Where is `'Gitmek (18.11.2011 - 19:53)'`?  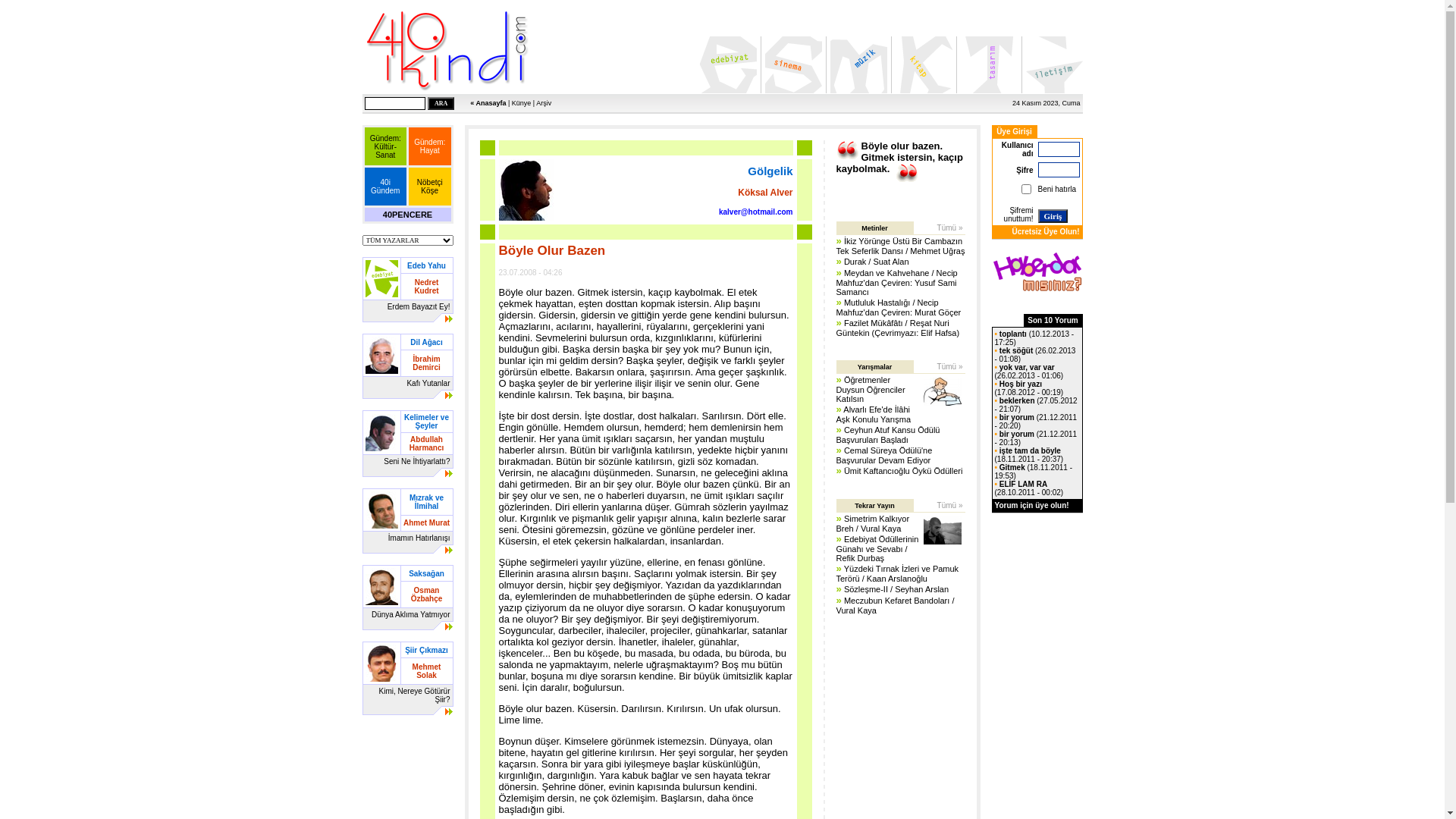 'Gitmek (18.11.2011 - 19:53)' is located at coordinates (1033, 470).